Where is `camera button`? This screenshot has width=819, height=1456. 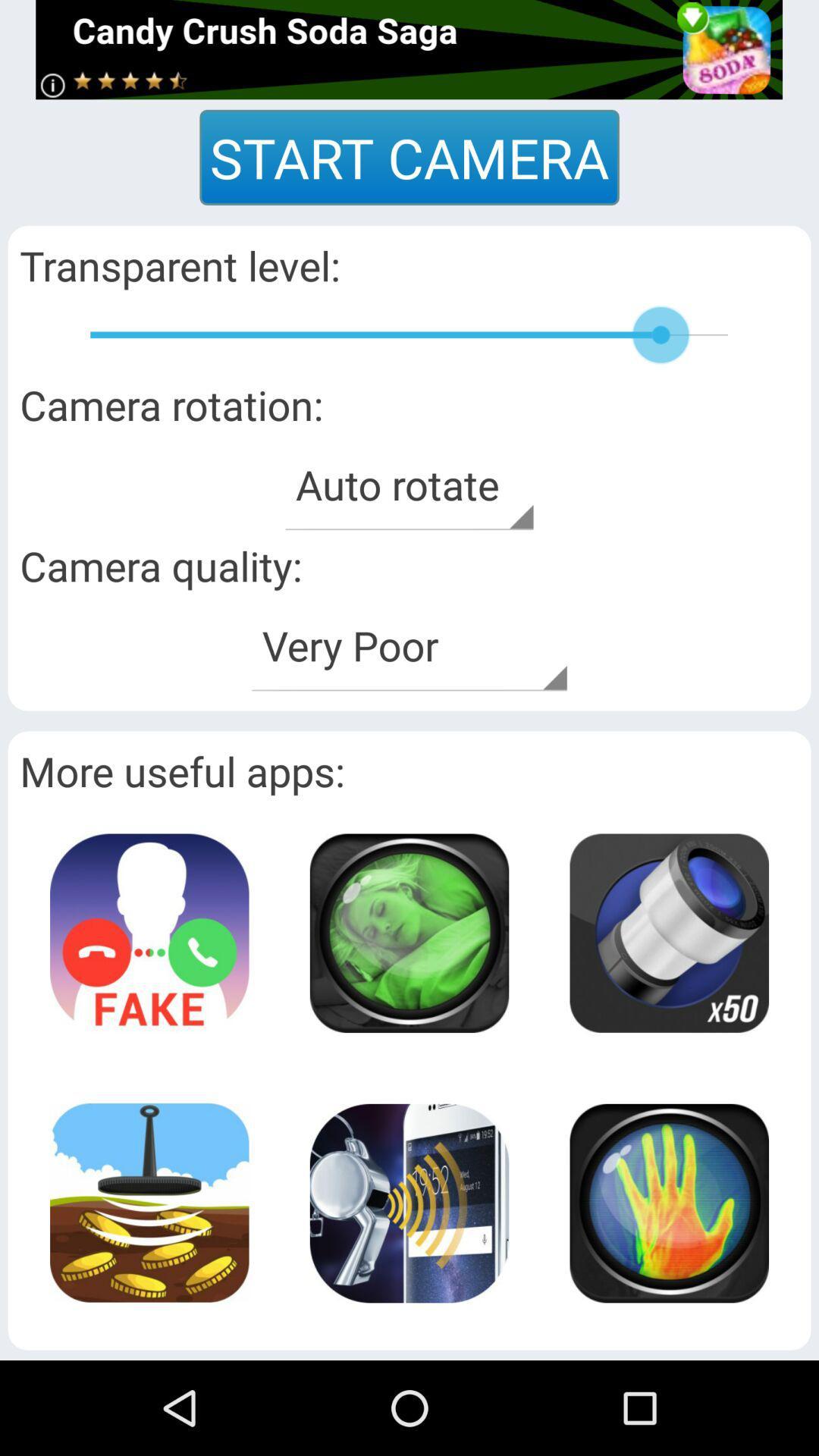 camera button is located at coordinates (408, 932).